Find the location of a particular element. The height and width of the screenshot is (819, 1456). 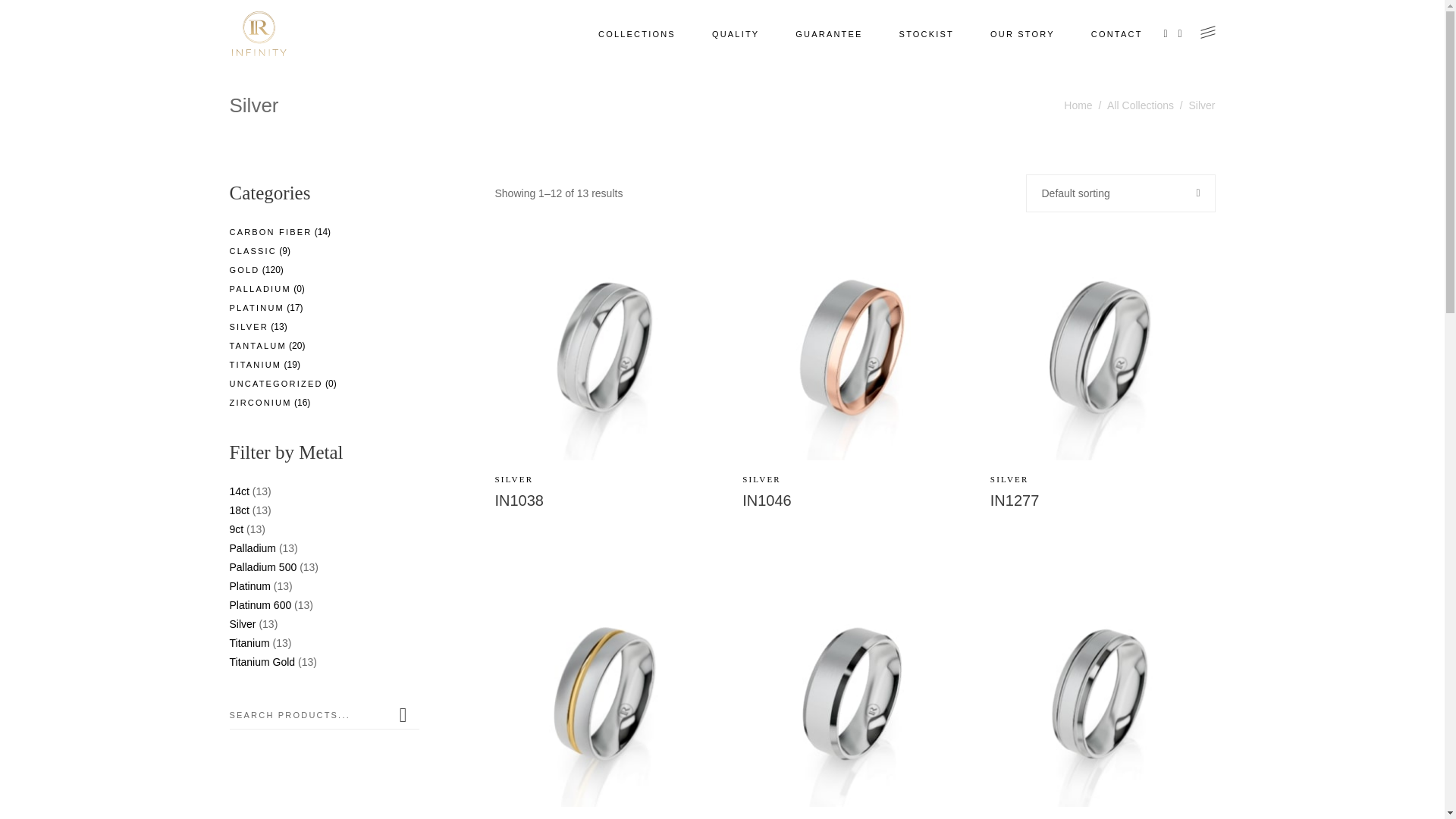

'IN1277' is located at coordinates (1015, 500).